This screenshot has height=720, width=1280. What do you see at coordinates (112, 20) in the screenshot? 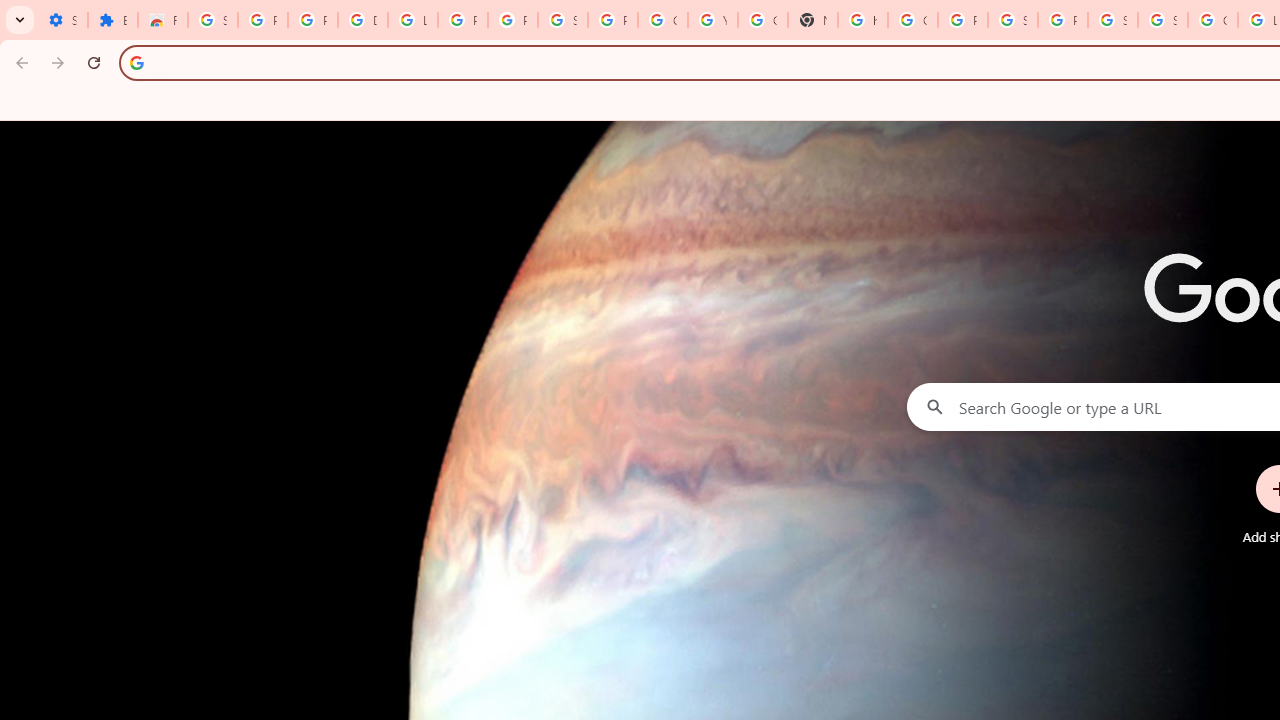
I see `'Extensions'` at bounding box center [112, 20].